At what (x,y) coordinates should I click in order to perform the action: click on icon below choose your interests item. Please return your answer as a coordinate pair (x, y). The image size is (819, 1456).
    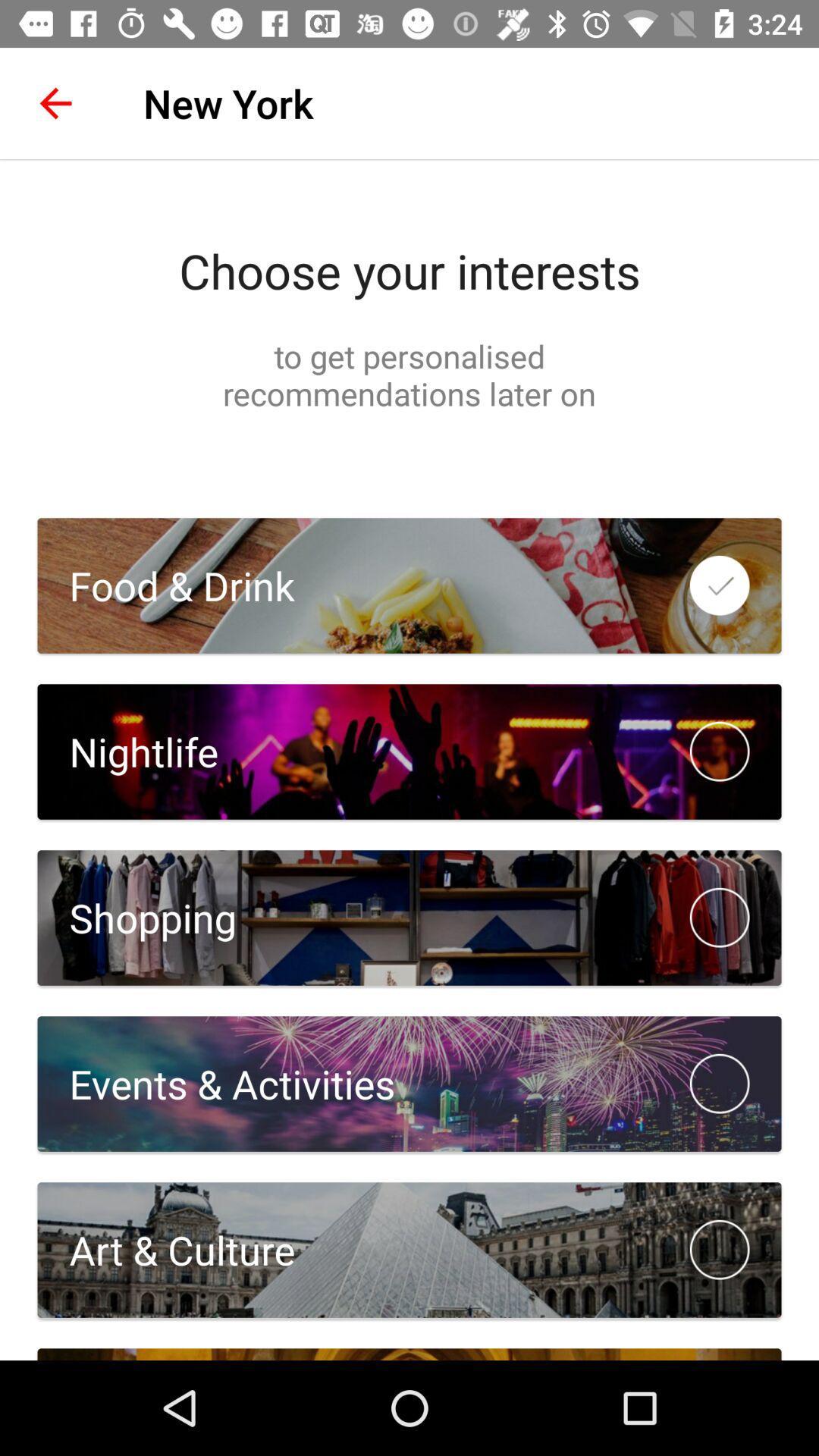
    Looking at the image, I should click on (409, 375).